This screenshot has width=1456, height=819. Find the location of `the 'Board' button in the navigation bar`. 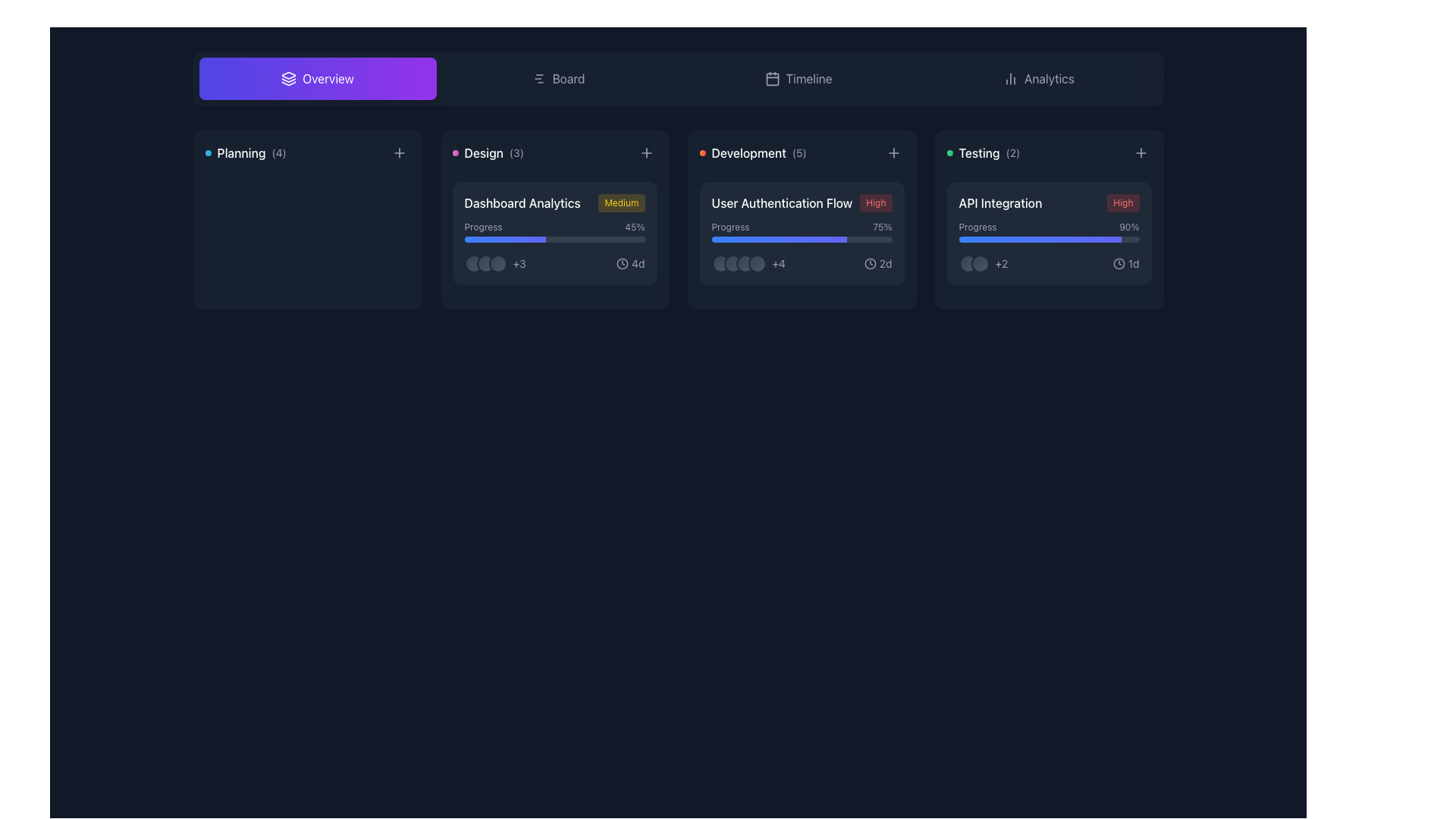

the 'Board' button in the navigation bar is located at coordinates (557, 79).